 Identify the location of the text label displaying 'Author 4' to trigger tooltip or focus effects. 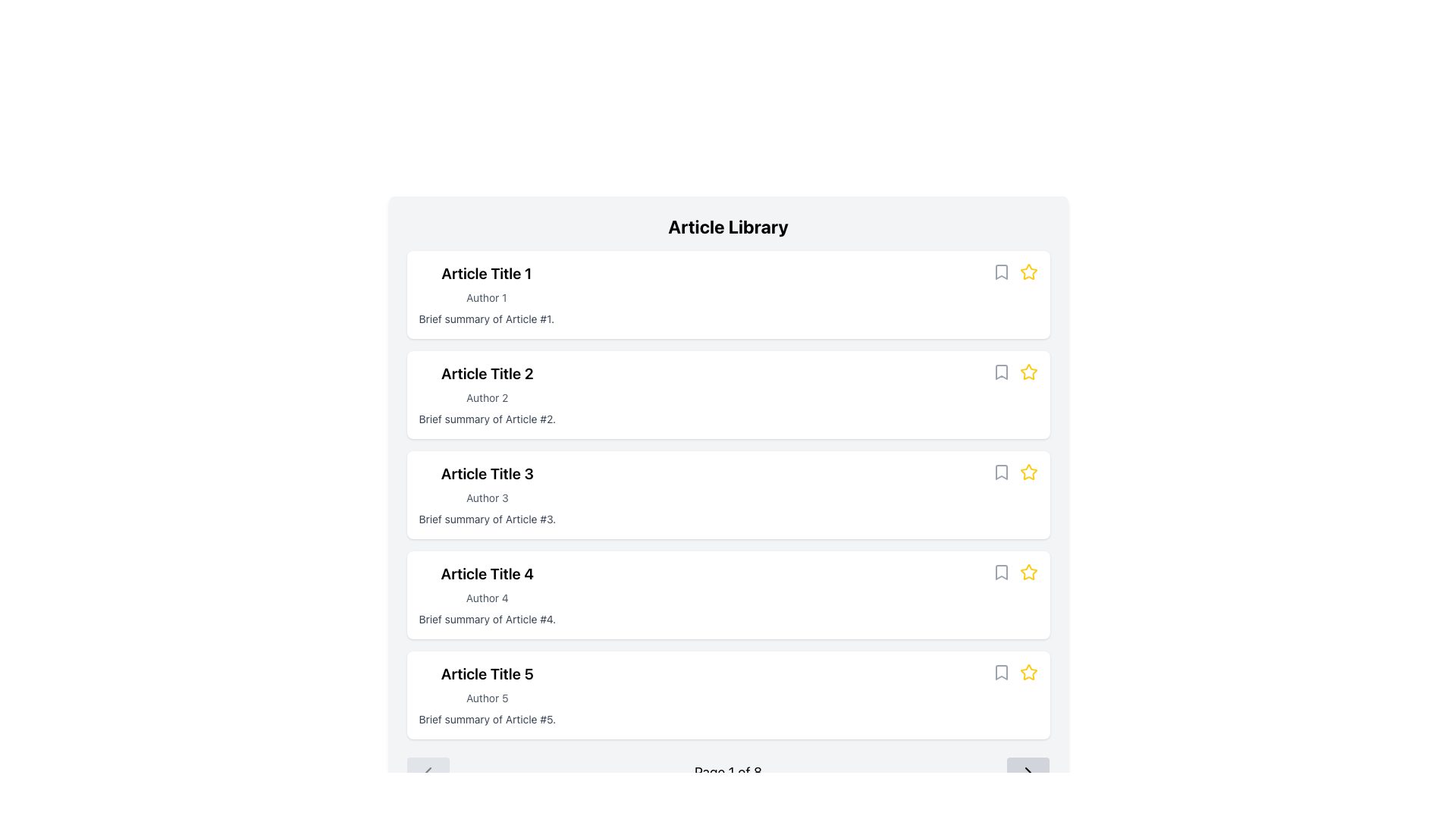
(487, 598).